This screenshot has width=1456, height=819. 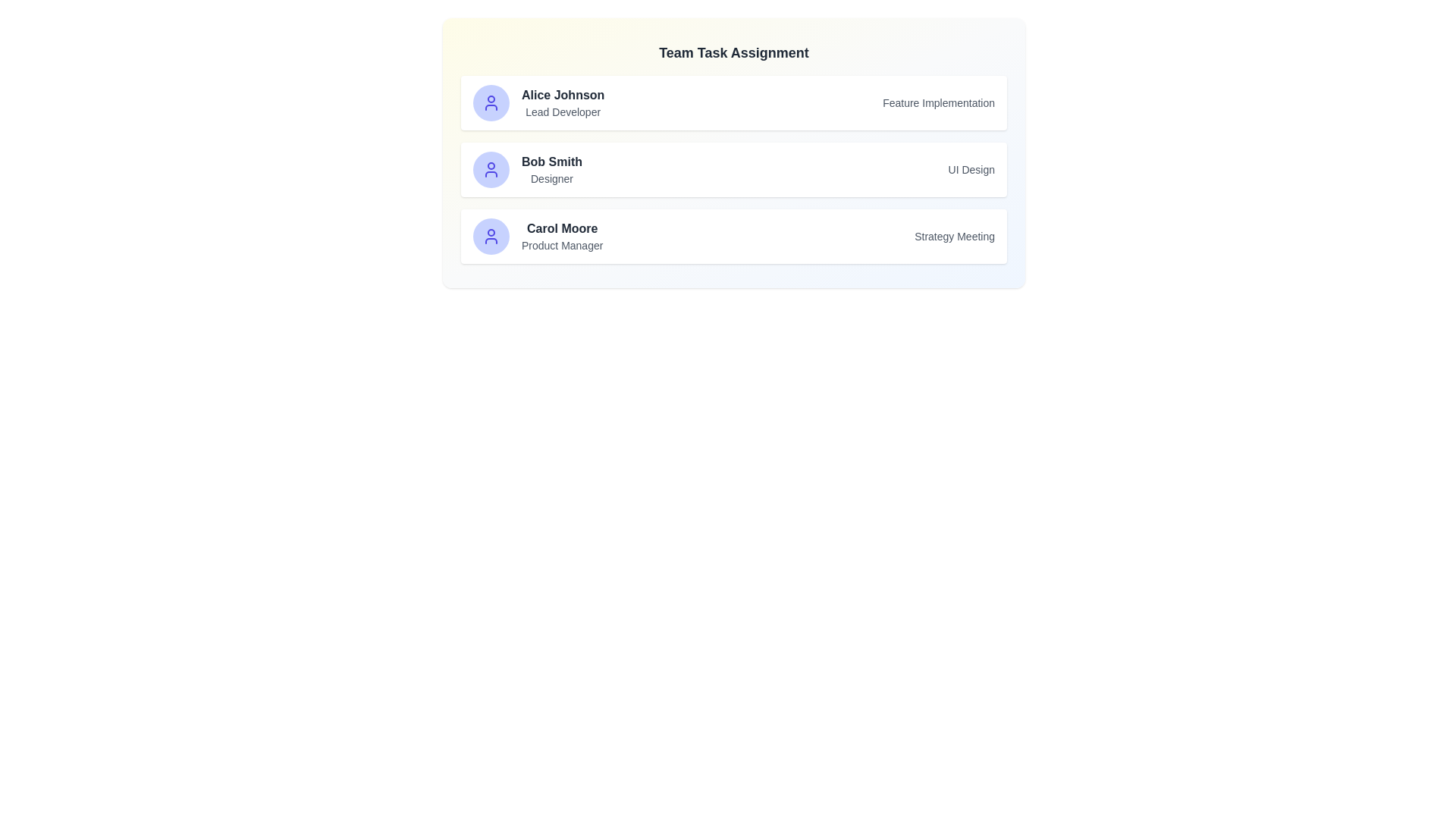 What do you see at coordinates (491, 237) in the screenshot?
I see `the Profile Avatar representing user 'Carol Moore', which is the leftmost component of the 'Carol Moore Product Manager' tile, located under the 'Bob Smith Designer' tile` at bounding box center [491, 237].